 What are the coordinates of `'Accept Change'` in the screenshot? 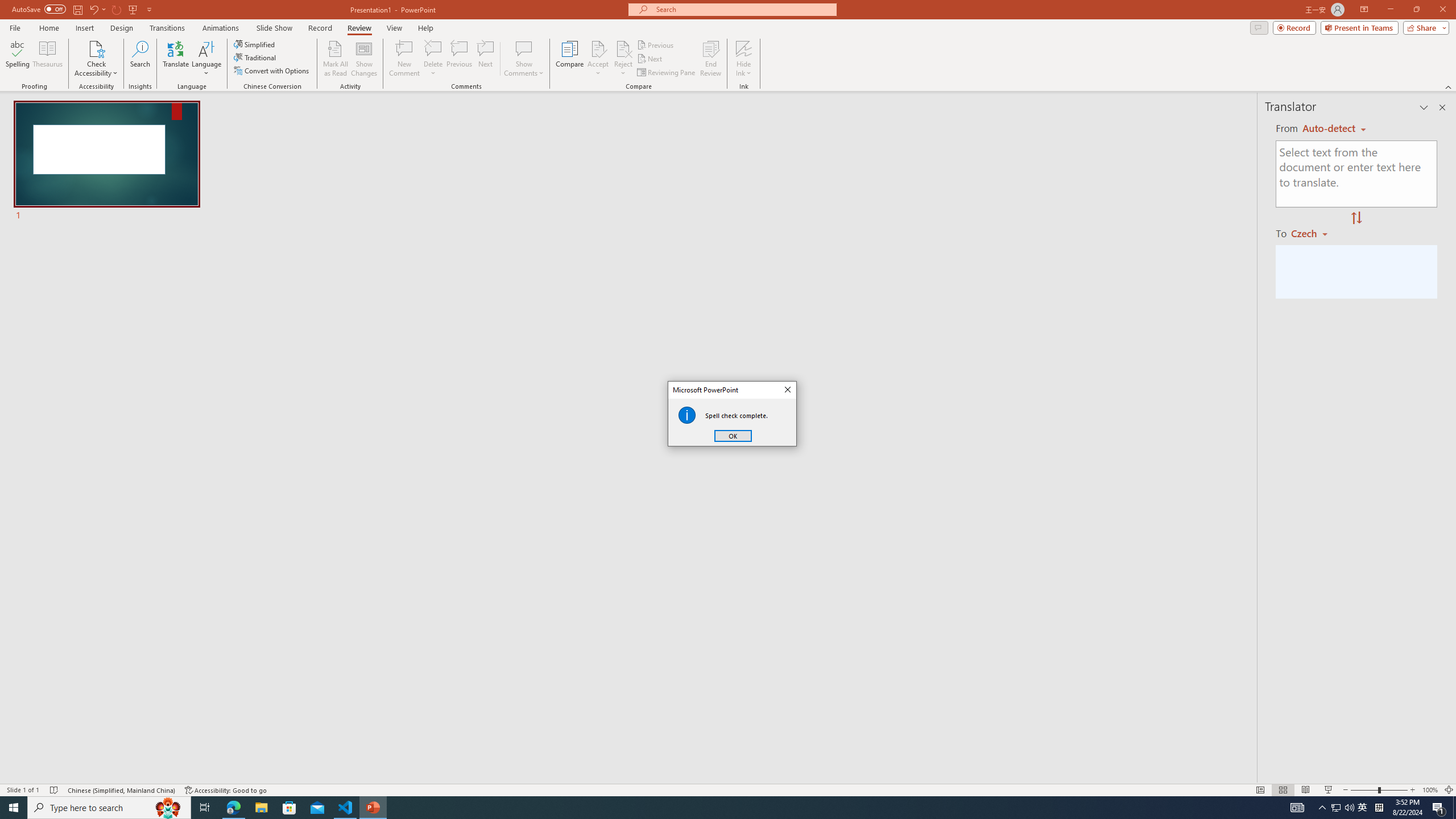 It's located at (598, 48).